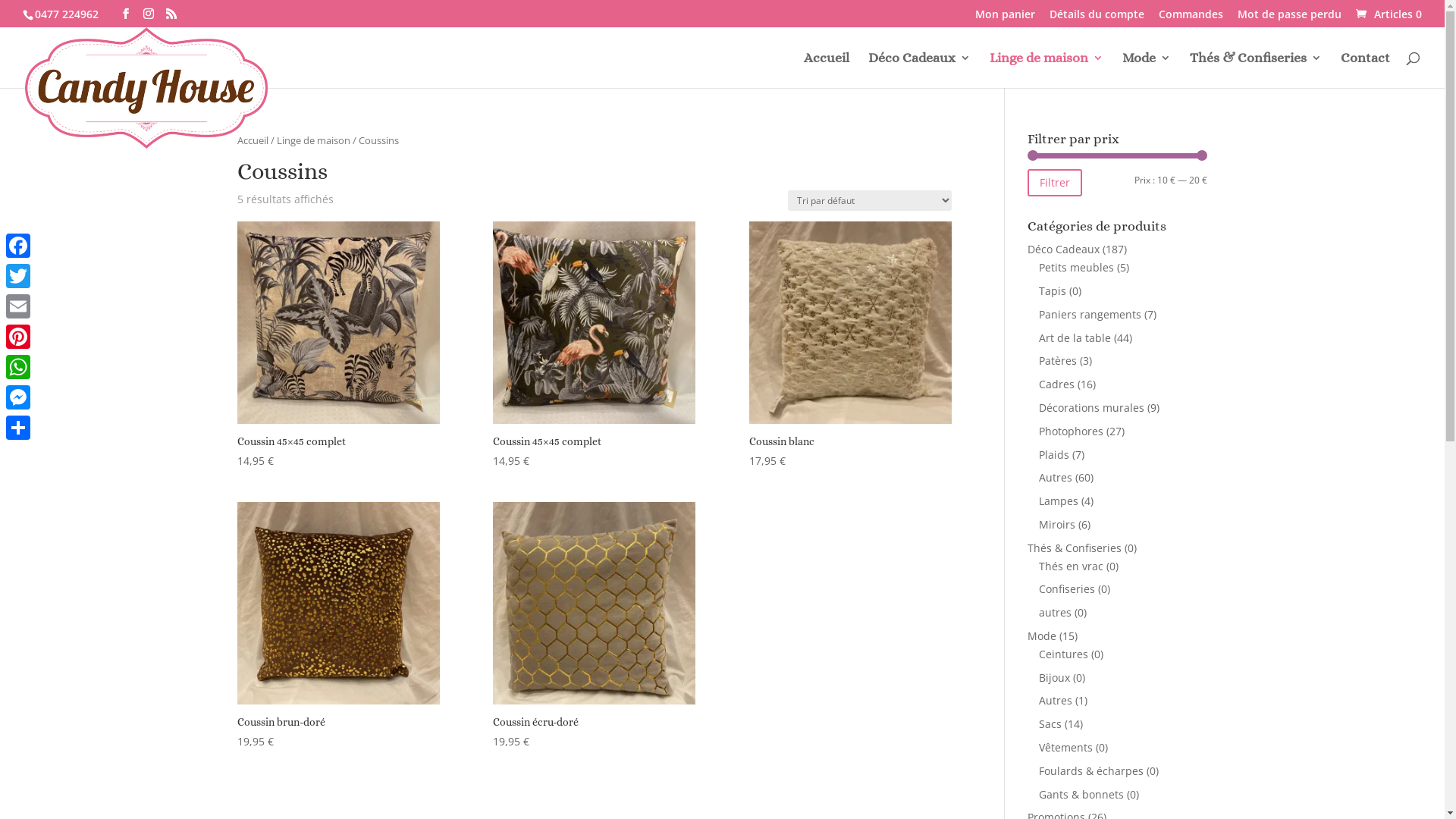 The width and height of the screenshot is (1456, 819). What do you see at coordinates (1055, 476) in the screenshot?
I see `'Autres'` at bounding box center [1055, 476].